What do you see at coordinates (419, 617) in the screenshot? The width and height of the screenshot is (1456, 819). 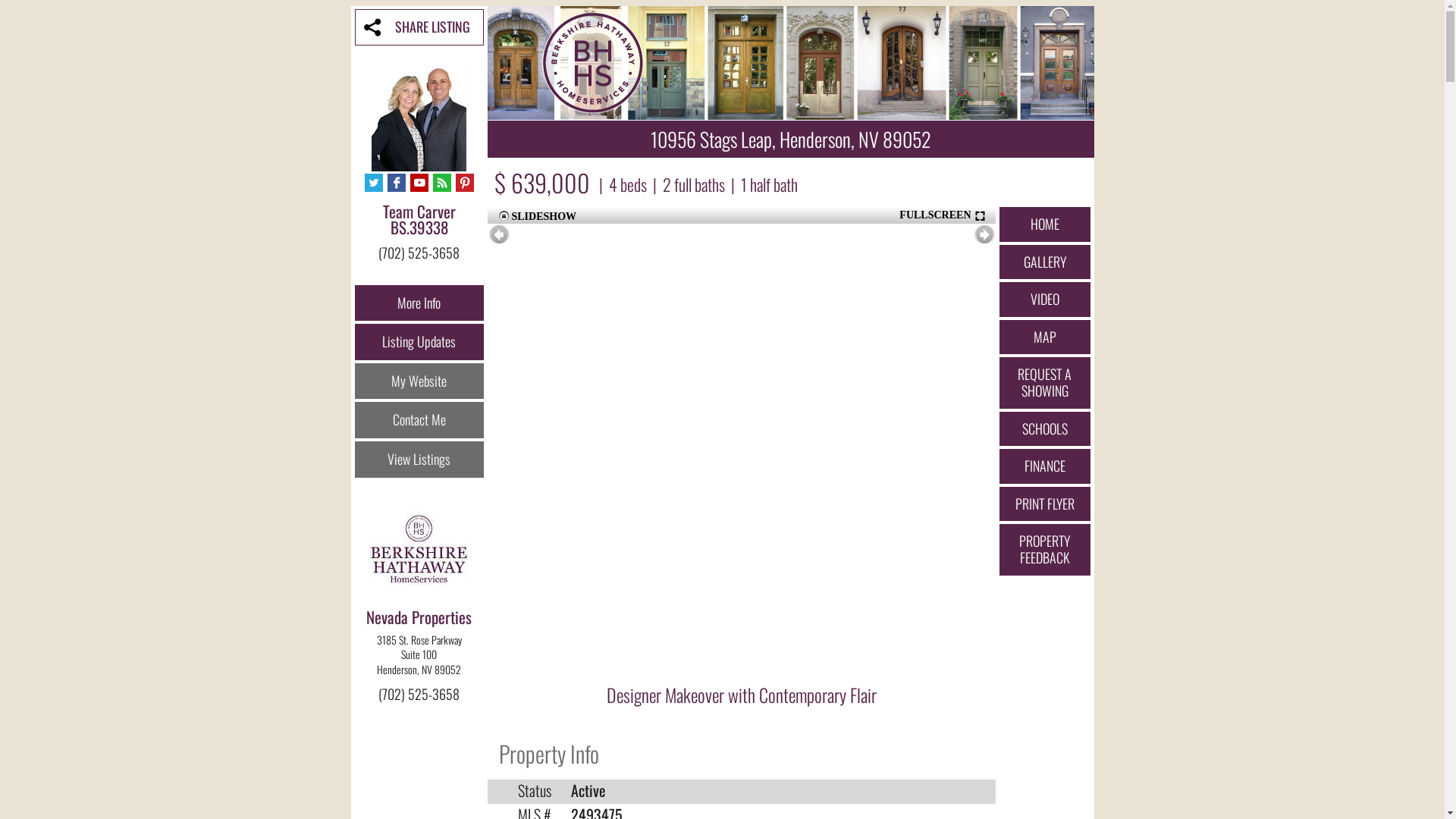 I see `'Nevada Properties'` at bounding box center [419, 617].